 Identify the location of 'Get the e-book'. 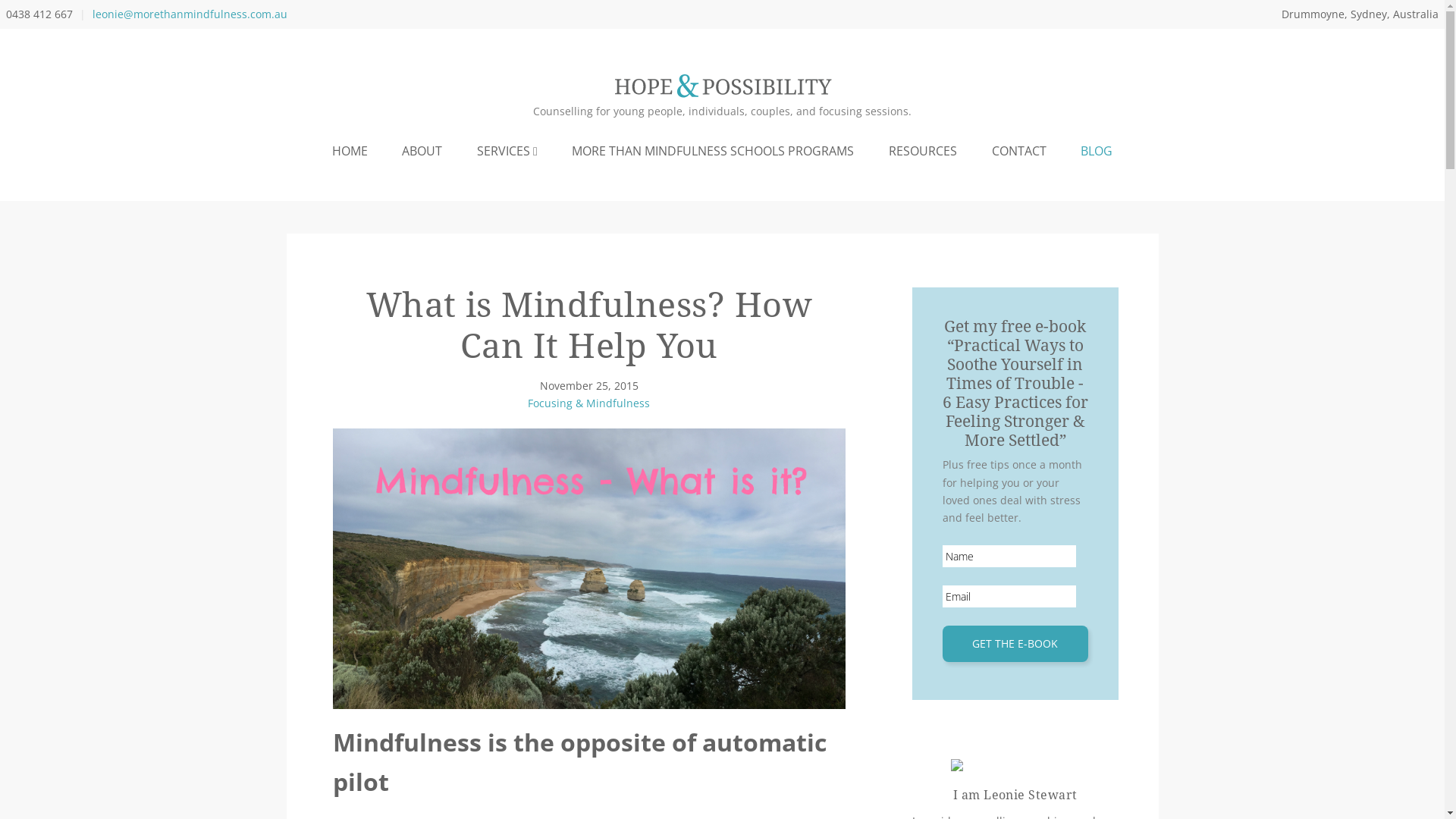
(1015, 643).